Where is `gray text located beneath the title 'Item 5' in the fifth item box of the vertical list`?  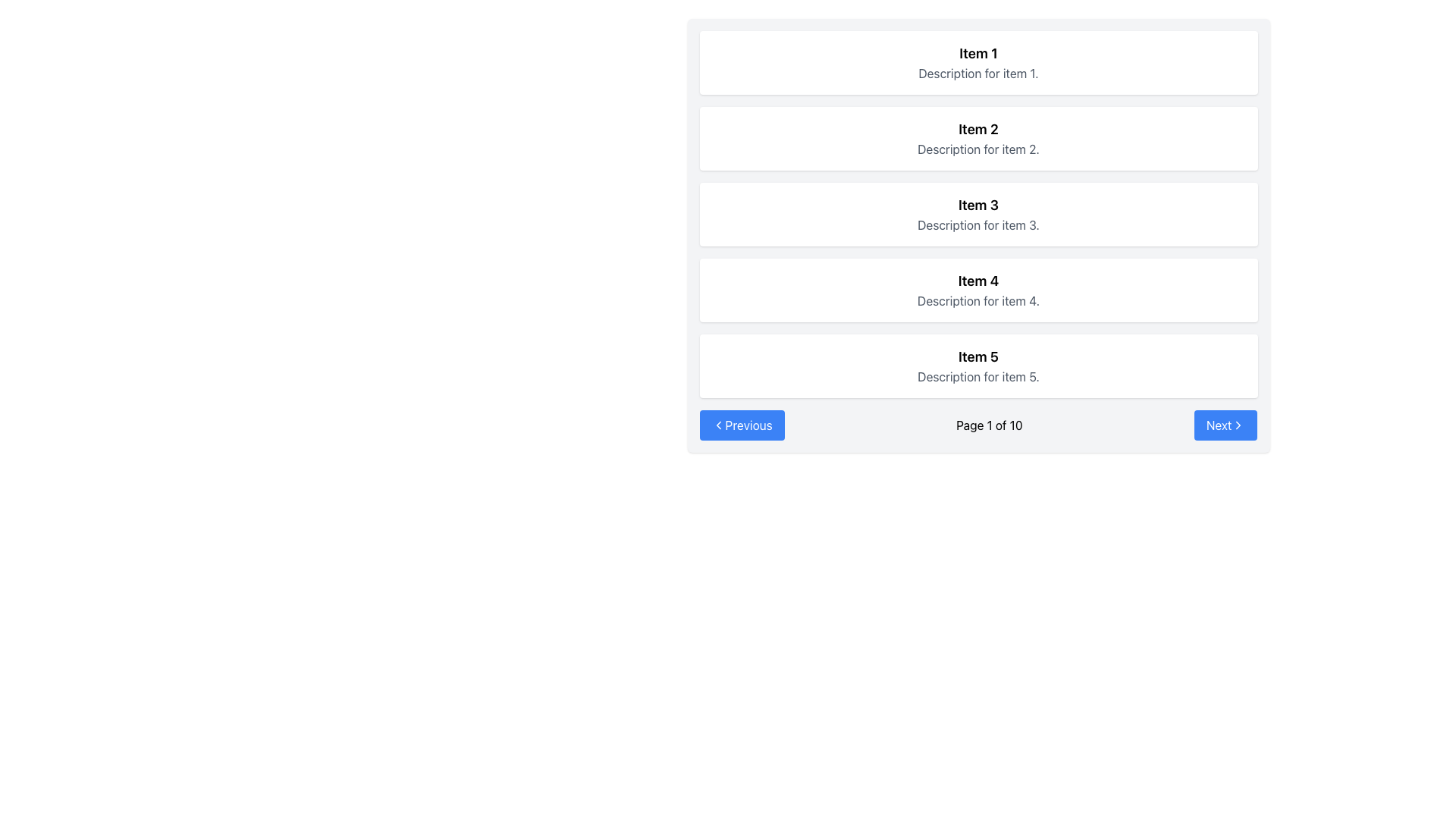
gray text located beneath the title 'Item 5' in the fifth item box of the vertical list is located at coordinates (978, 376).